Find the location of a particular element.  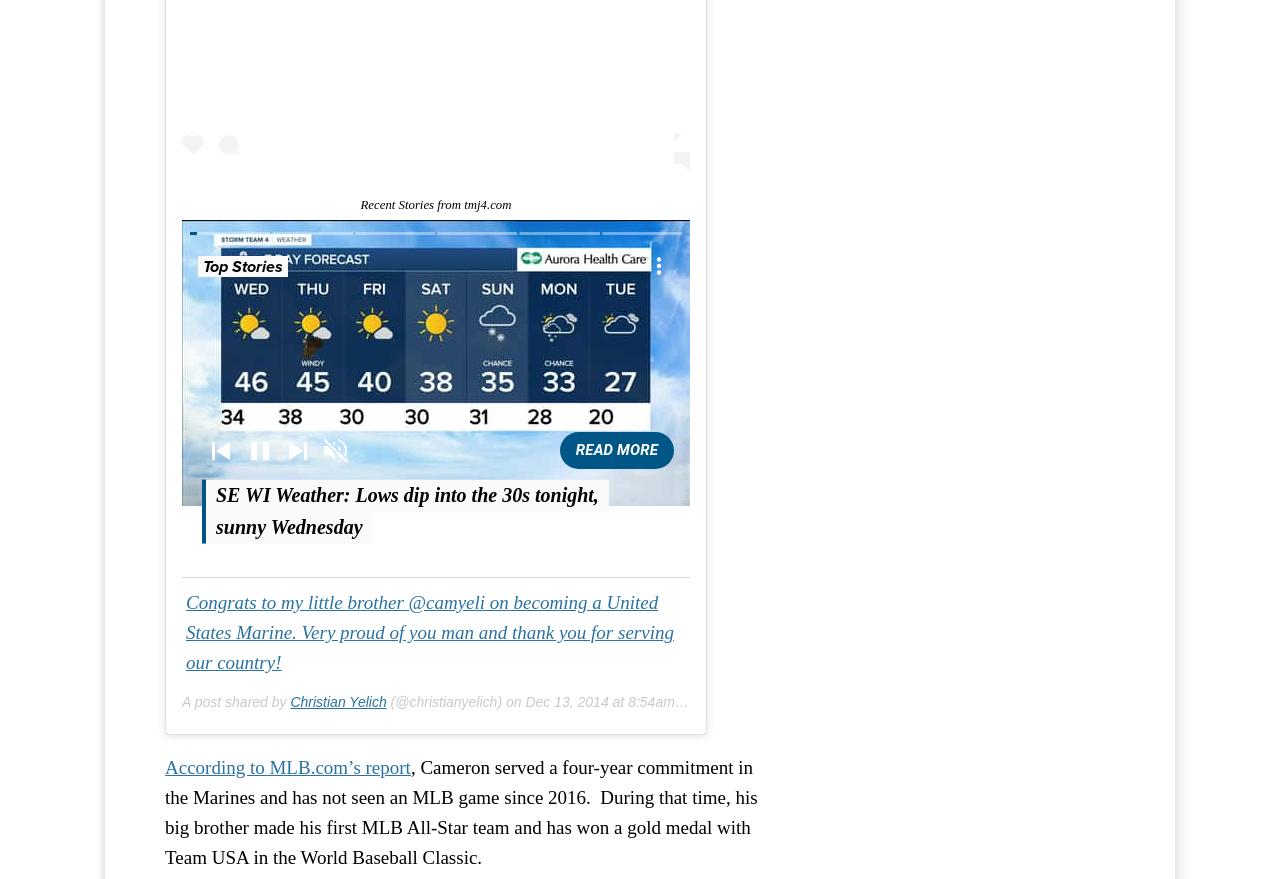

'(@christianyelich) on' is located at coordinates (454, 701).